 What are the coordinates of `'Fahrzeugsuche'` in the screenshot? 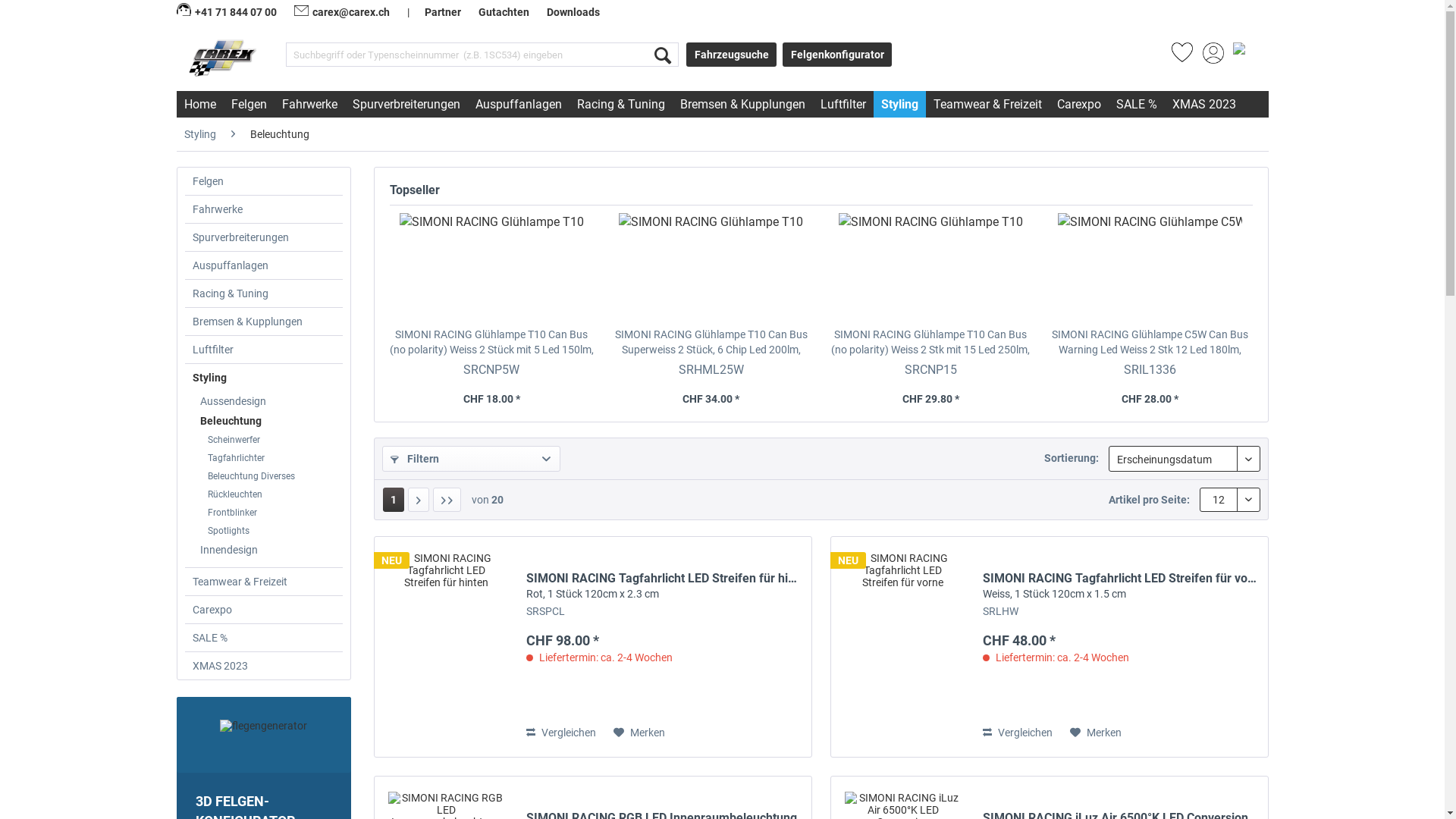 It's located at (686, 54).